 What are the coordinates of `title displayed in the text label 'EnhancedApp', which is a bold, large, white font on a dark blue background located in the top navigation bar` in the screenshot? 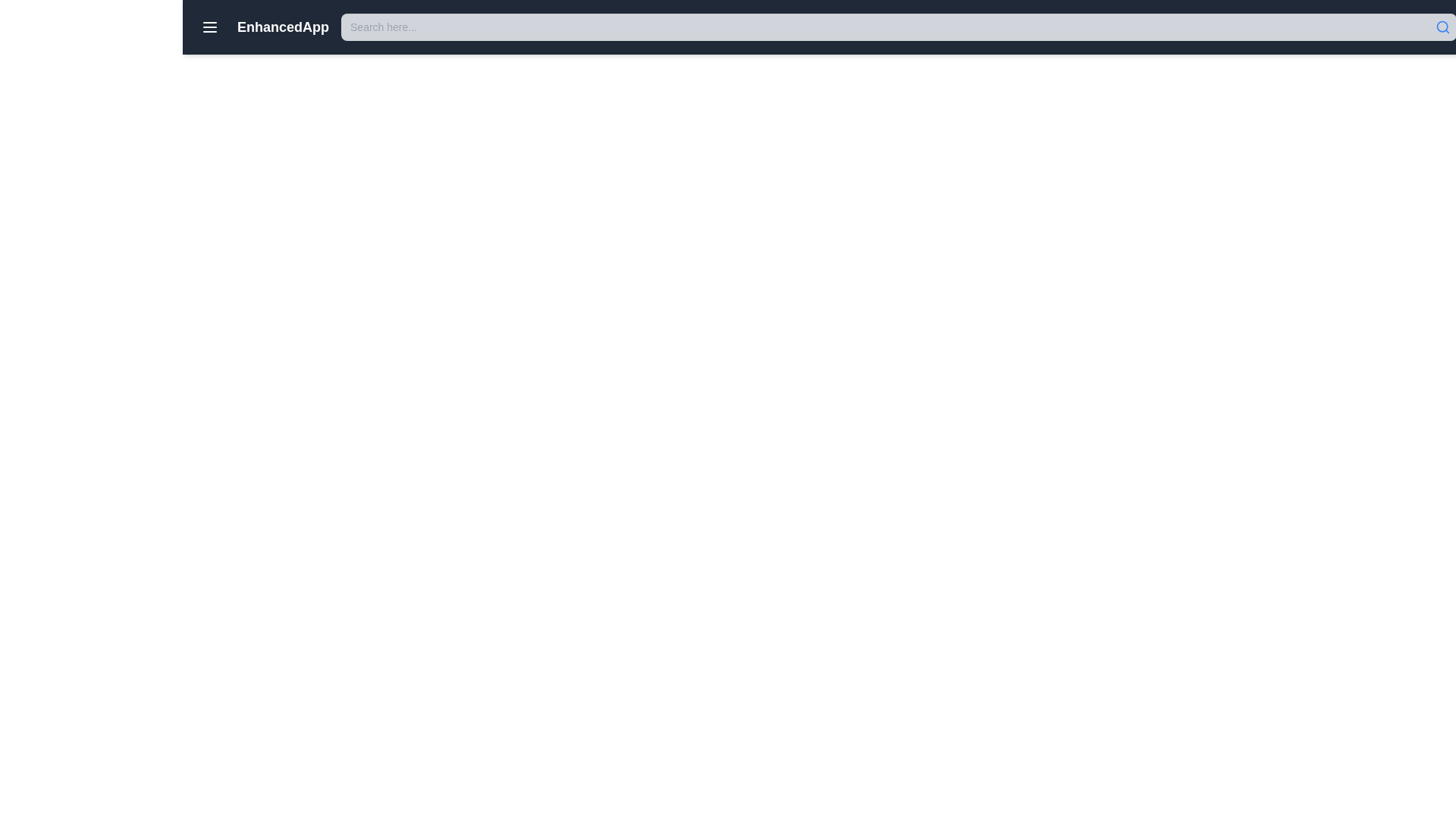 It's located at (283, 27).